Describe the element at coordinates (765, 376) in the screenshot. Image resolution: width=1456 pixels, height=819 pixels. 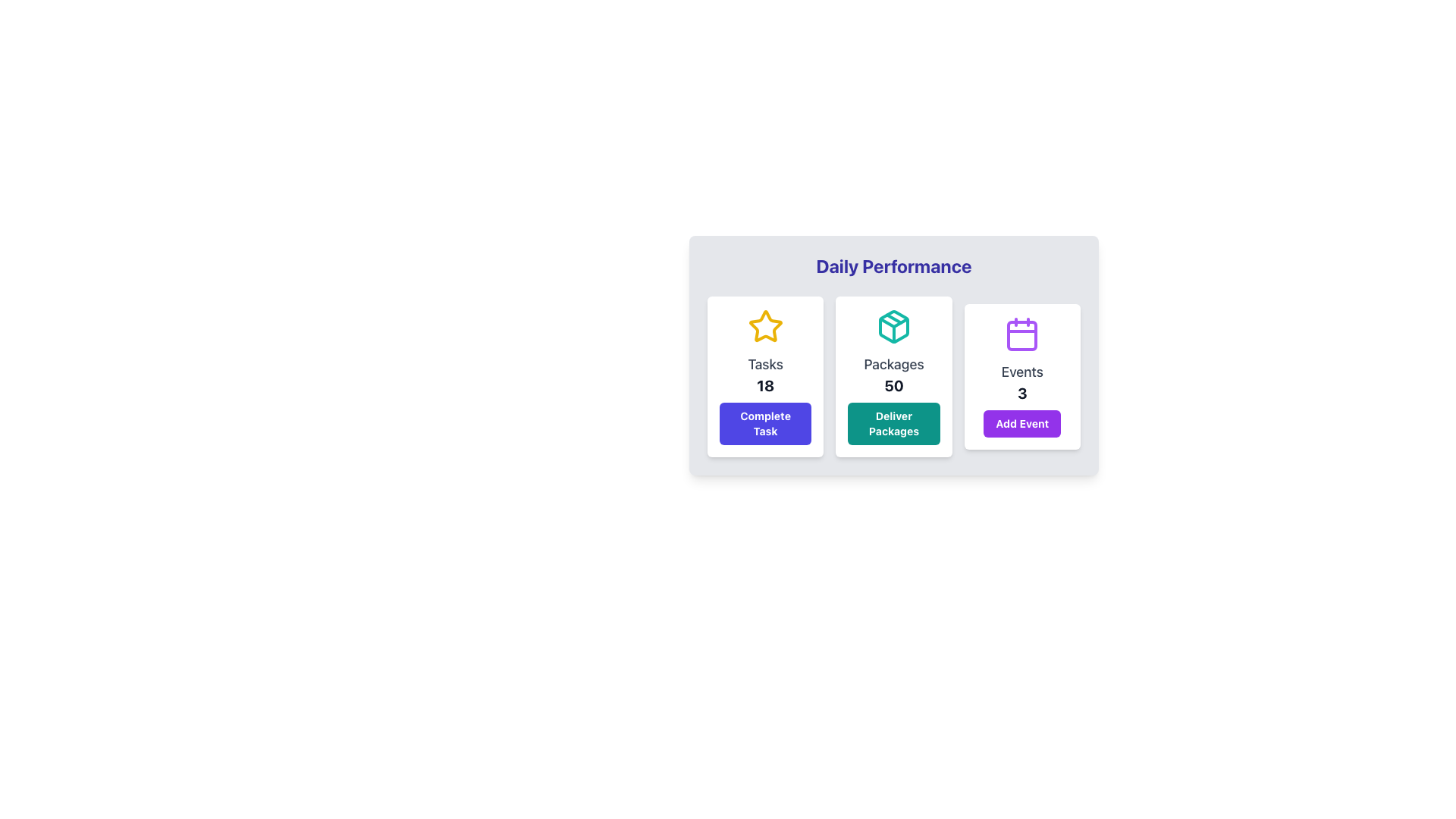
I see `the first card in the Daily Performance section, which has a white background, a yellow outlined star icon, a title 'Tasks', a large '18', and a blue button labelled 'Complete Task'` at that location.